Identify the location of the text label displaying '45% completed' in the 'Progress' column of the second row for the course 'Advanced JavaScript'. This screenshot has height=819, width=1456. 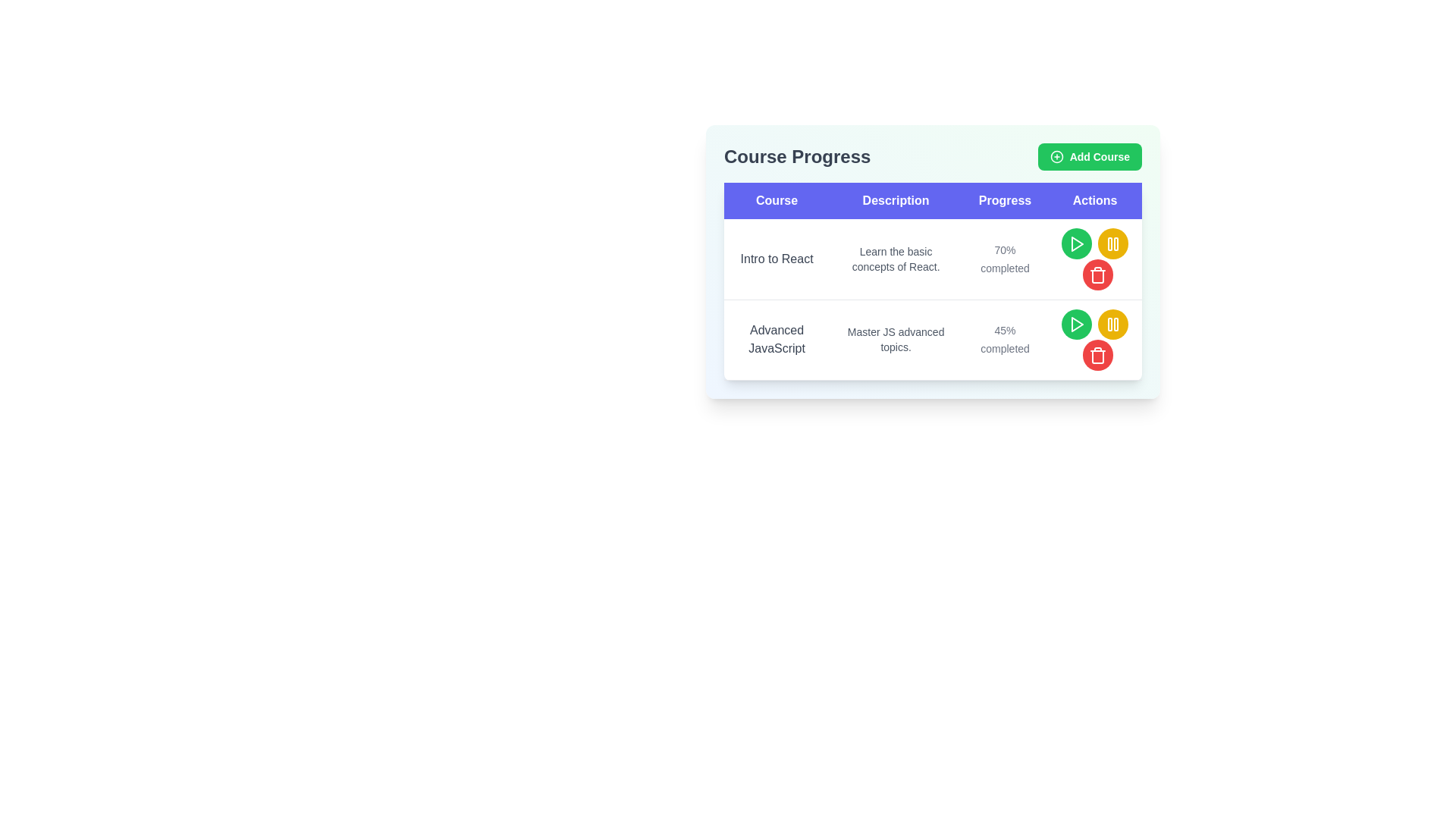
(1005, 339).